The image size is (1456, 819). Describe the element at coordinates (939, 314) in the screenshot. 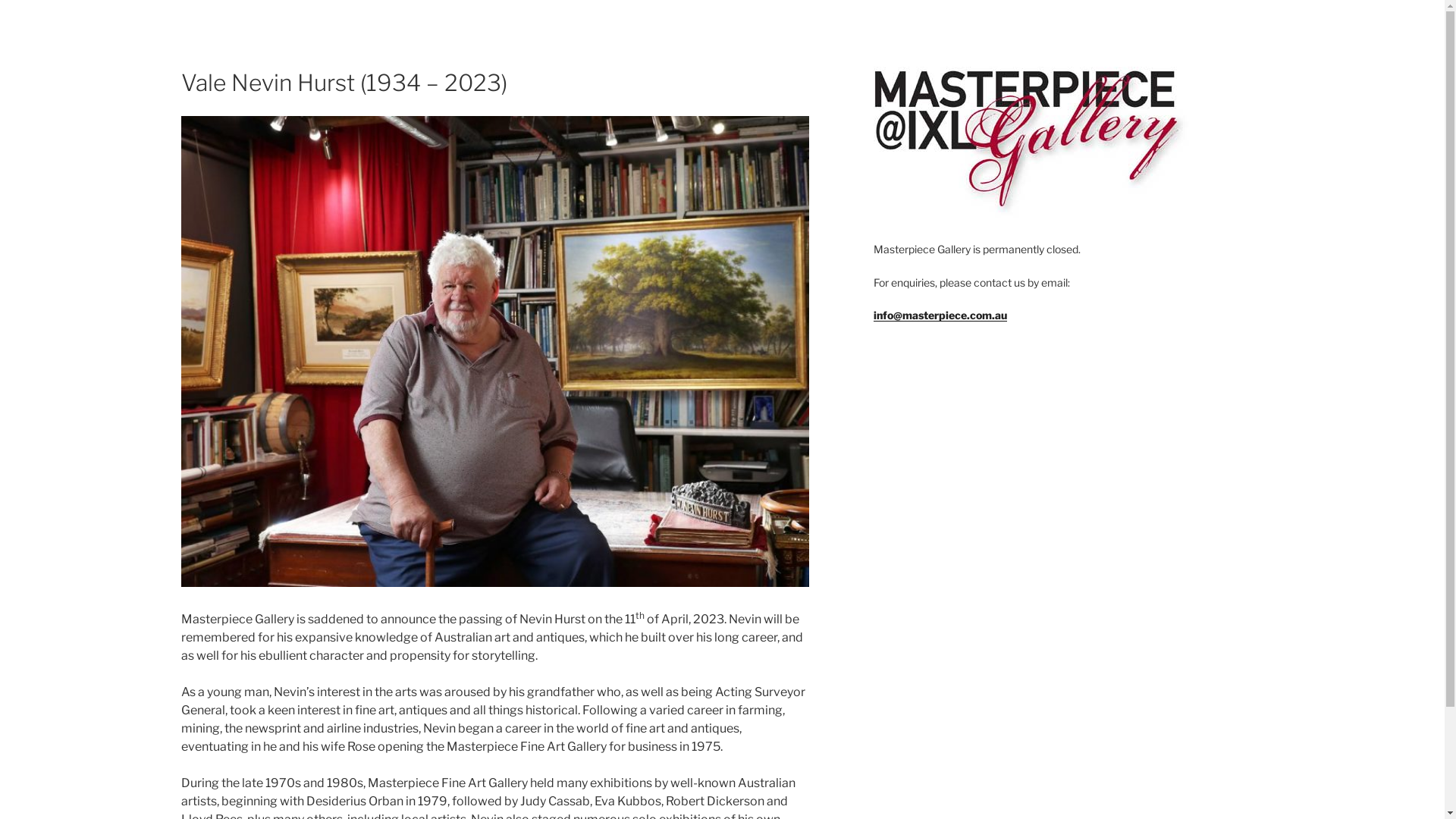

I see `'info@masterpiece.com.au'` at that location.